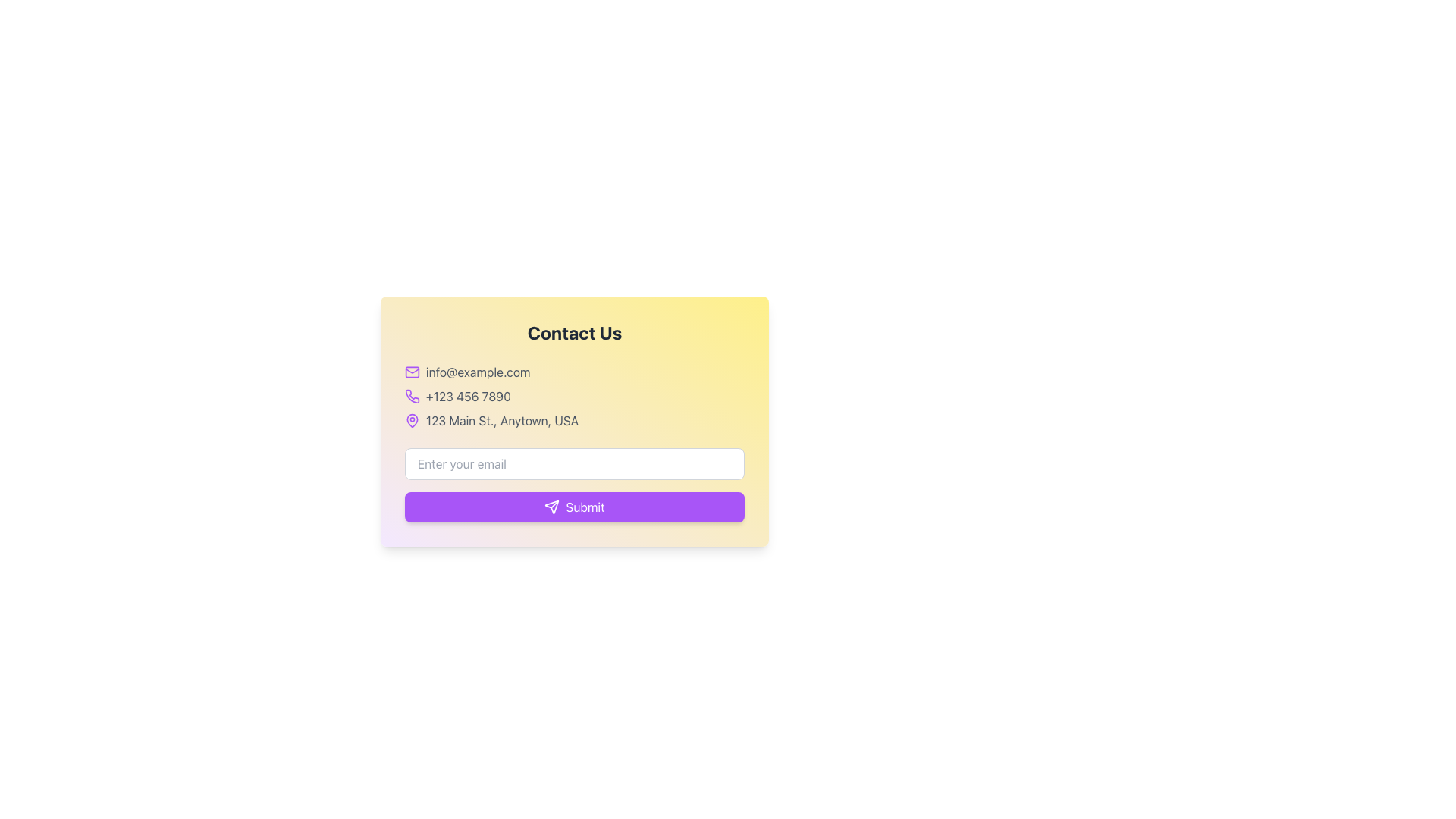 Image resolution: width=1456 pixels, height=819 pixels. I want to click on the 'Submit' button with a purple gradient background, located at the bottom of the 'Contact Us' card, so click(574, 507).